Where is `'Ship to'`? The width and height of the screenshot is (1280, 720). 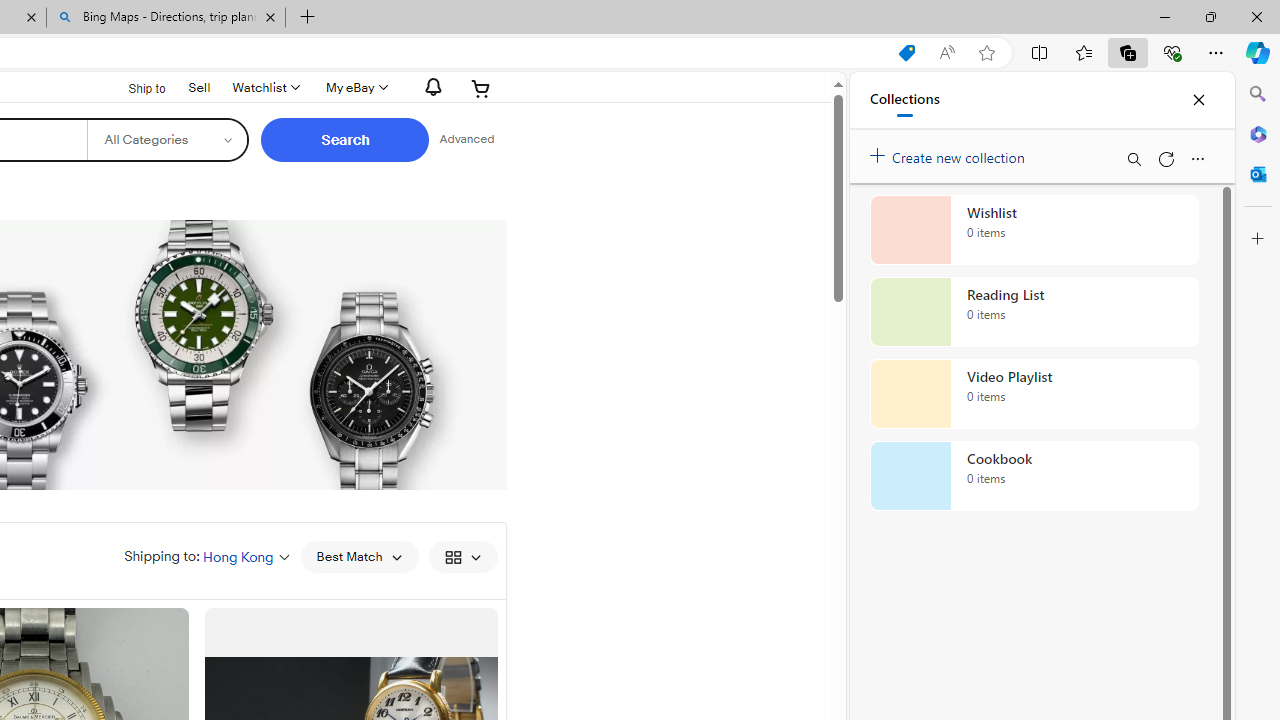
'Ship to' is located at coordinates (133, 88).